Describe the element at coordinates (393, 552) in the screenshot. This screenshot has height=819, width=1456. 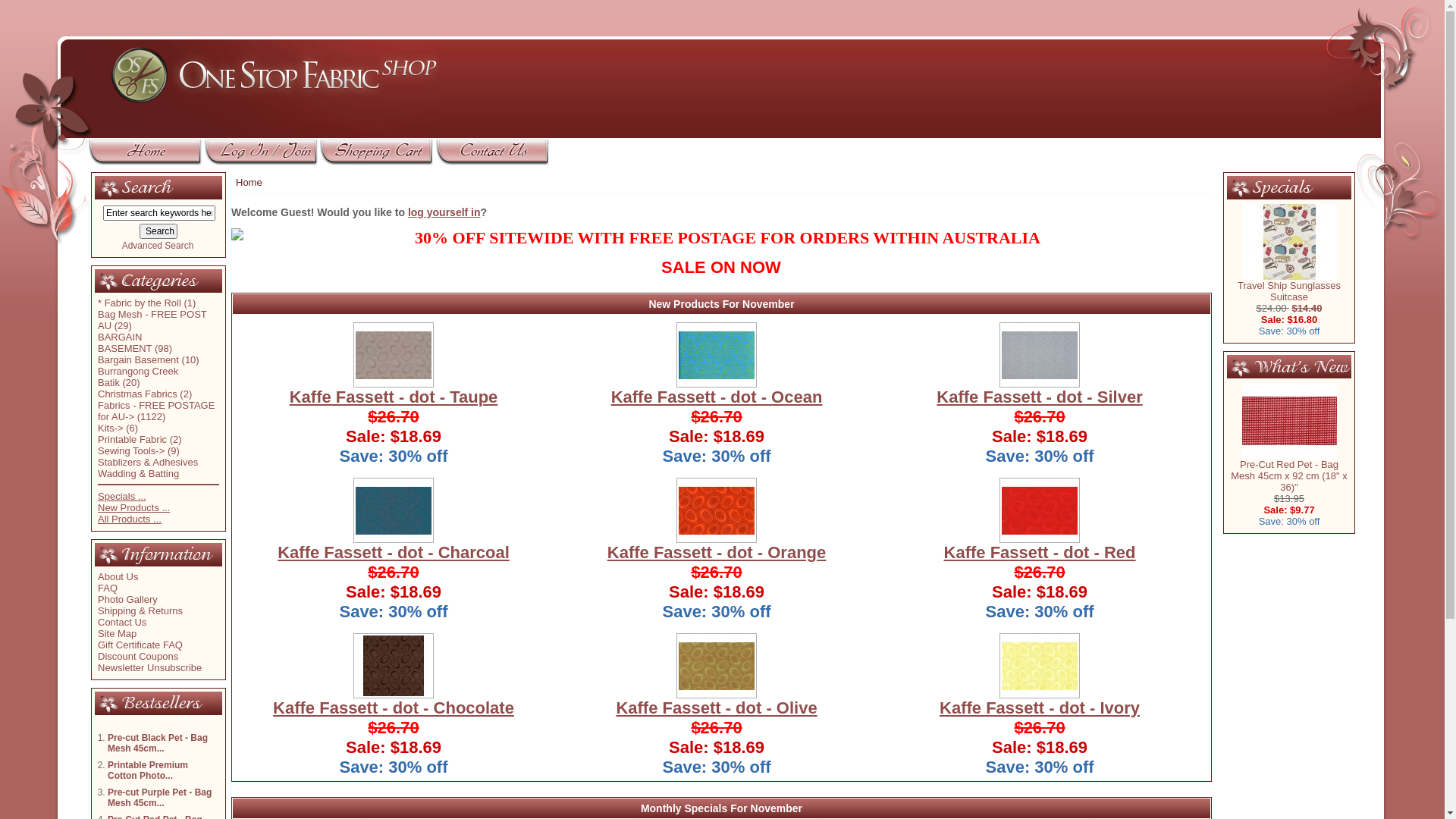
I see `'Kaffe Fassett - dot - Charcoal'` at that location.